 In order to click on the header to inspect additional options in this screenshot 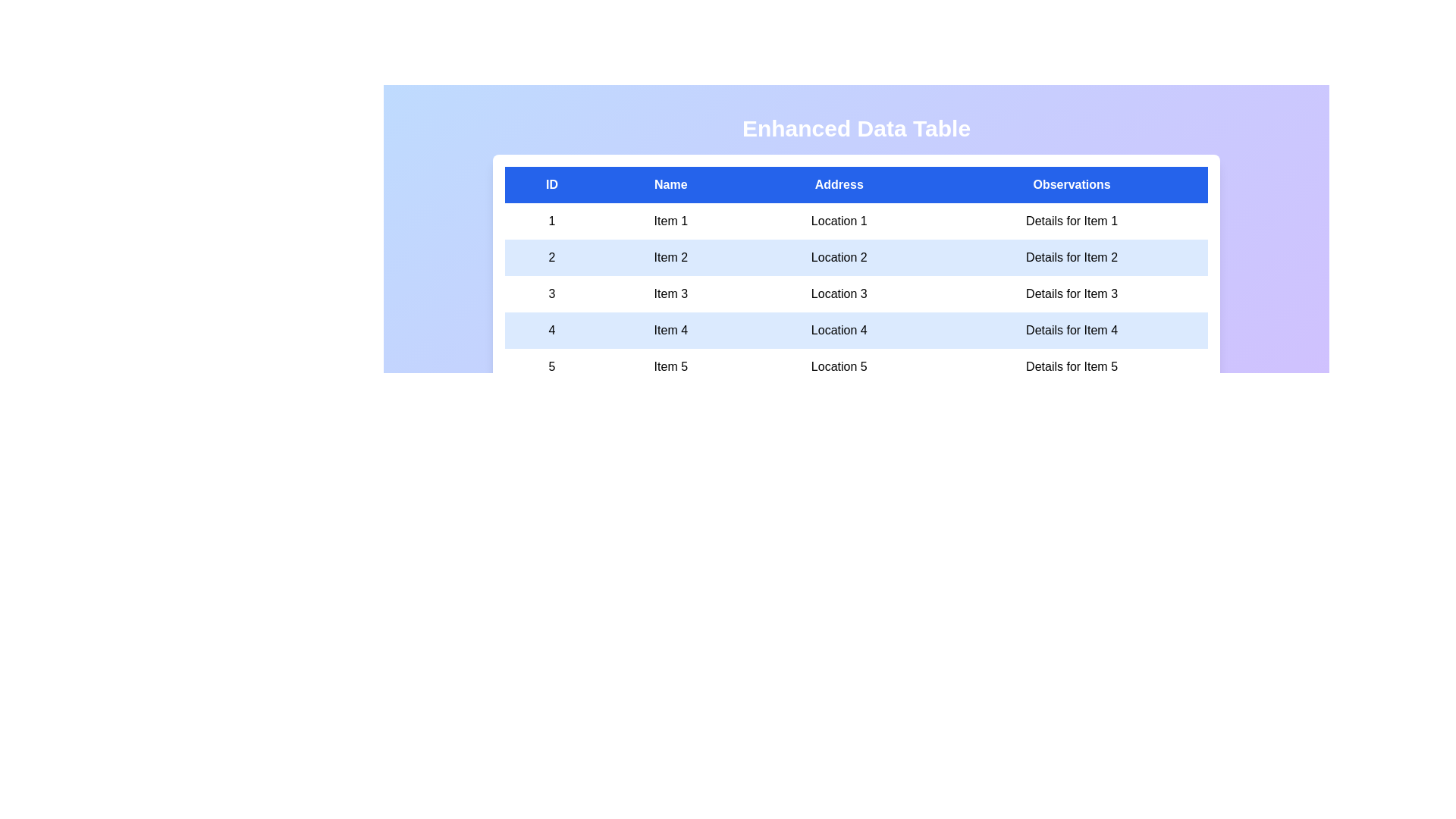, I will do `click(856, 184)`.